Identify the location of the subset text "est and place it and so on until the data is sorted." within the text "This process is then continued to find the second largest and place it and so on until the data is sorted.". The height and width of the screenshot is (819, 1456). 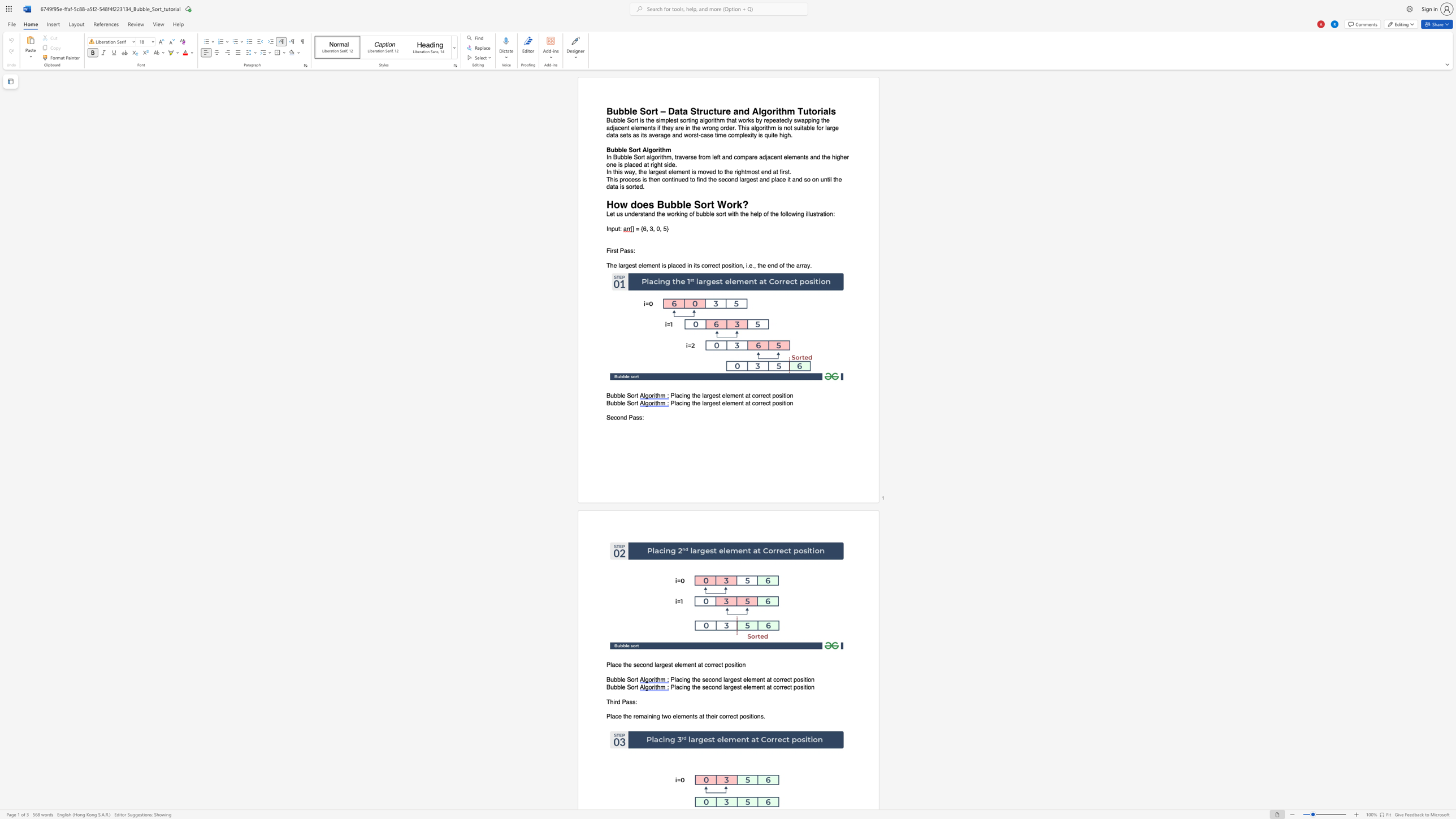
(749, 179).